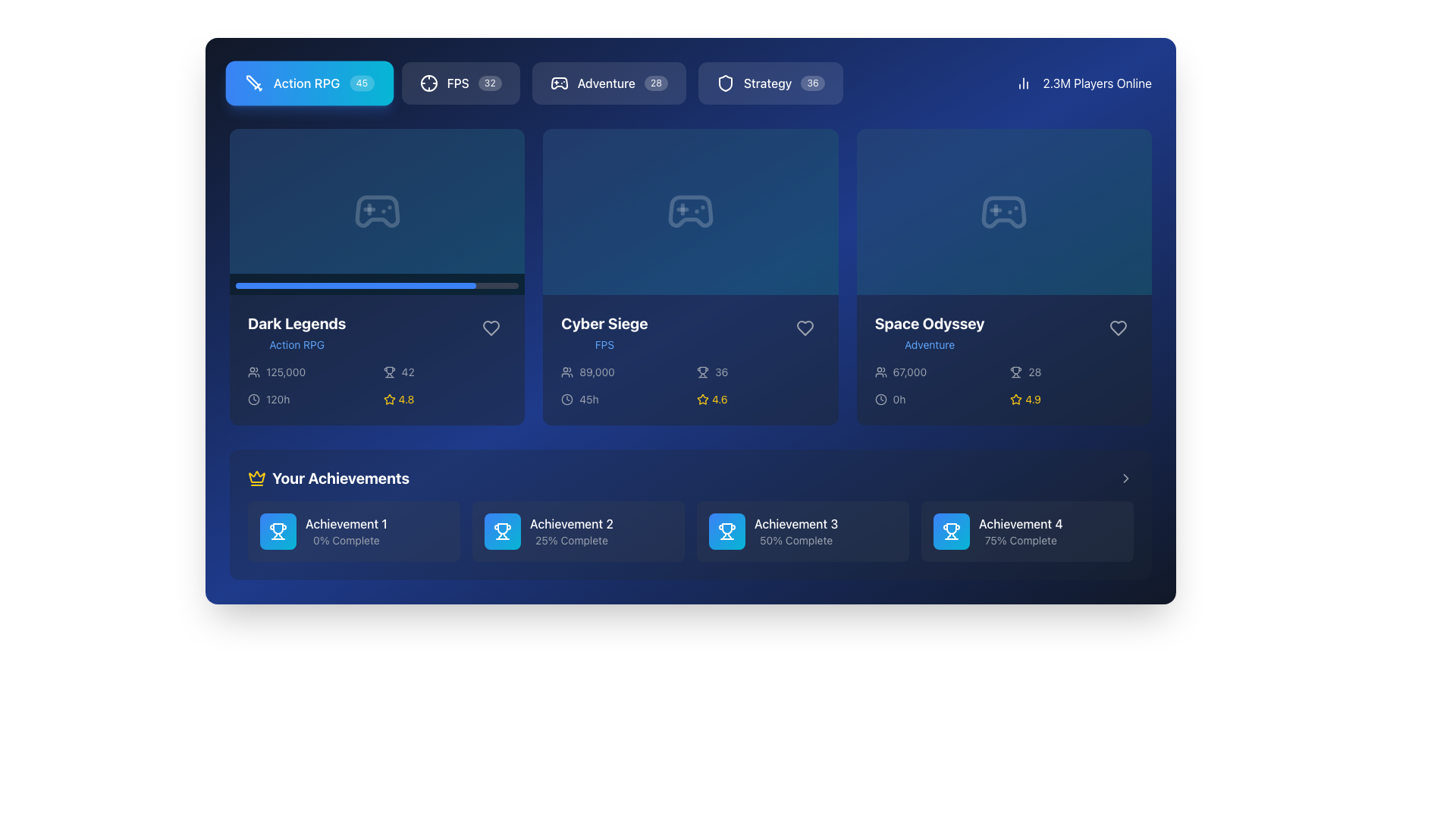 The image size is (1456, 819). I want to click on the heart-shaped icon button in the upper right corner of the 'Dark Legends' card, so click(491, 327).